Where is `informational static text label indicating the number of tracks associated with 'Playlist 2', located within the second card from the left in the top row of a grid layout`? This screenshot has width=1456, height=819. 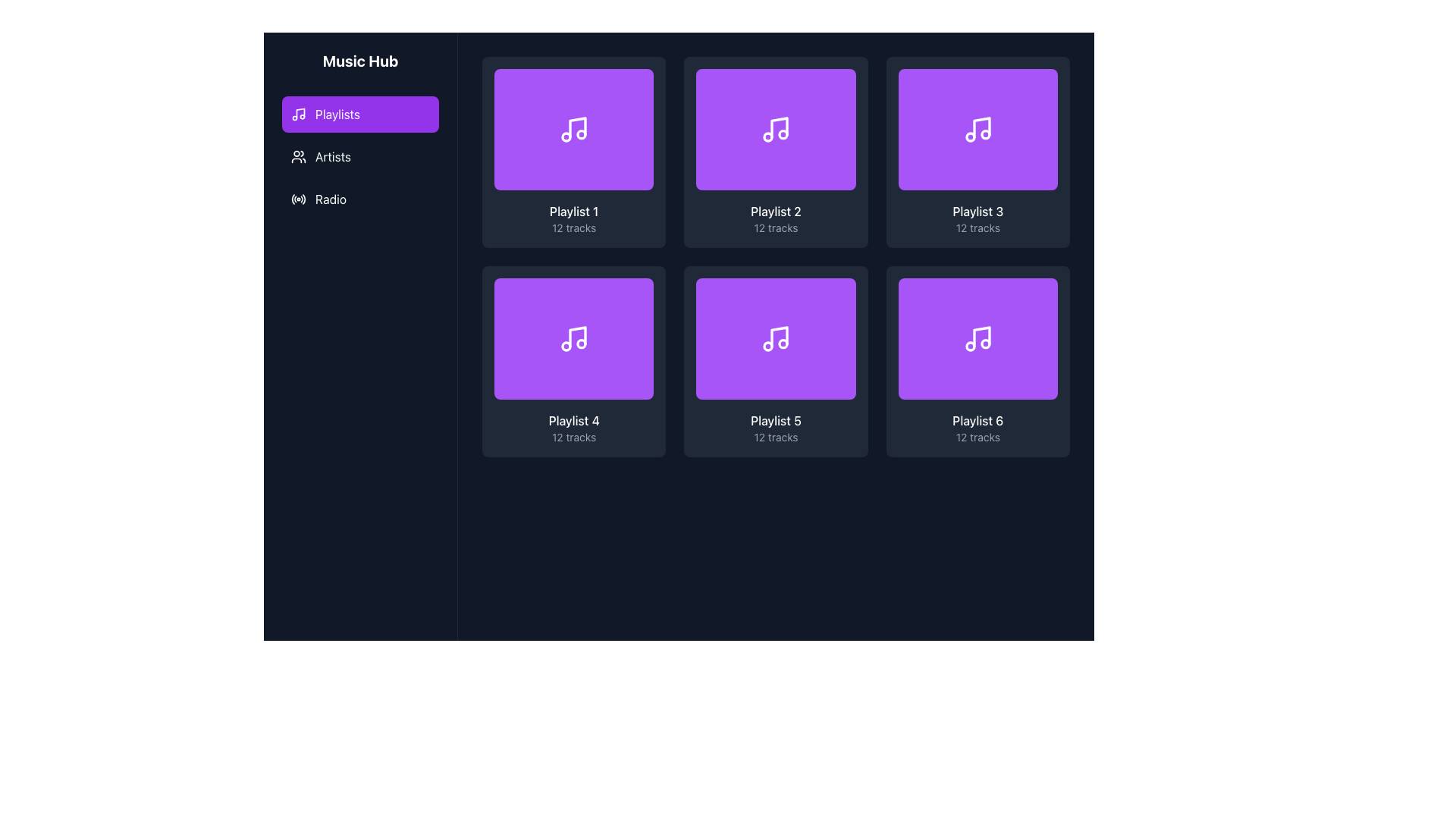 informational static text label indicating the number of tracks associated with 'Playlist 2', located within the second card from the left in the top row of a grid layout is located at coordinates (776, 227).